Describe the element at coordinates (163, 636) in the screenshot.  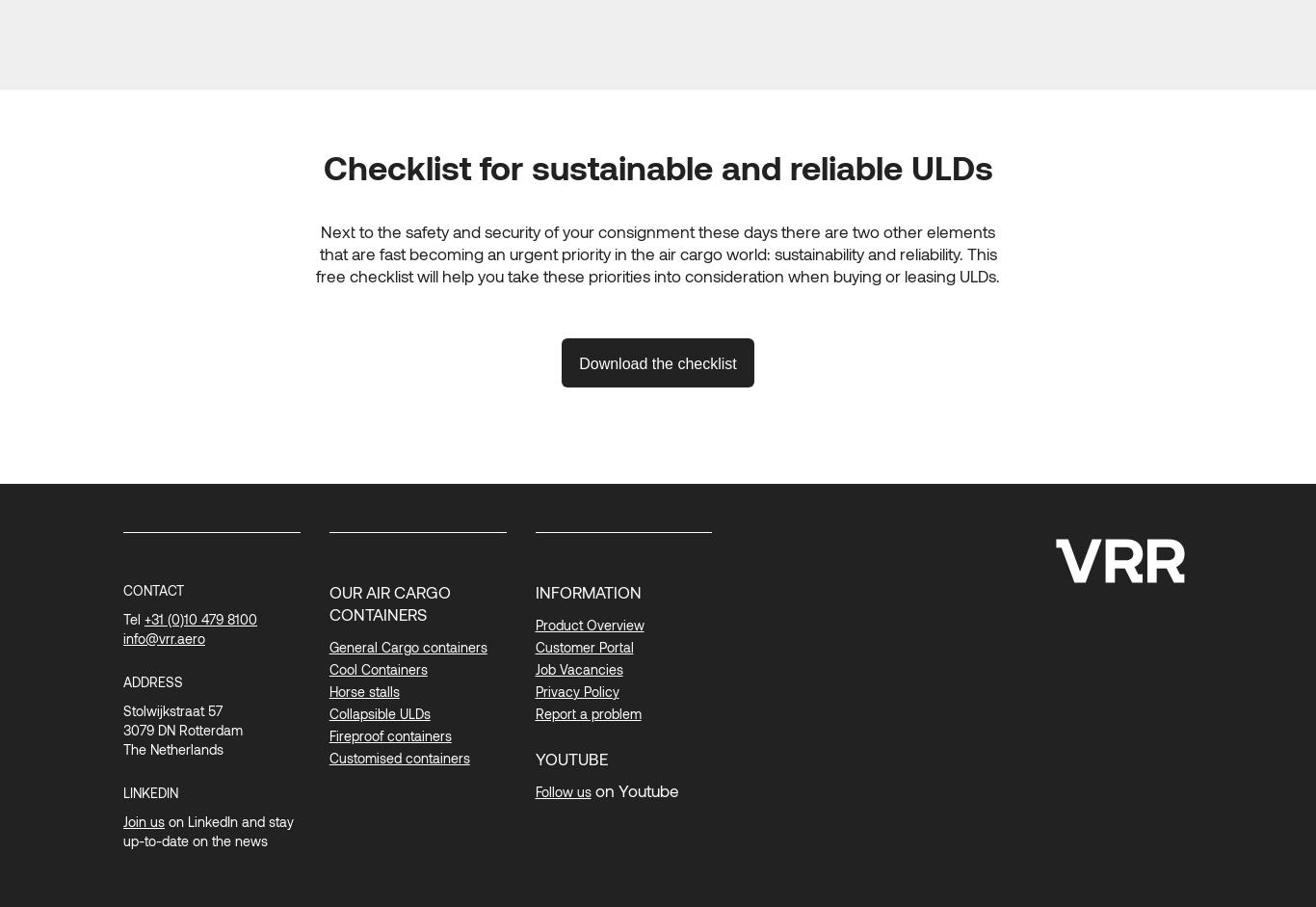
I see `'info@vrr.aero'` at that location.